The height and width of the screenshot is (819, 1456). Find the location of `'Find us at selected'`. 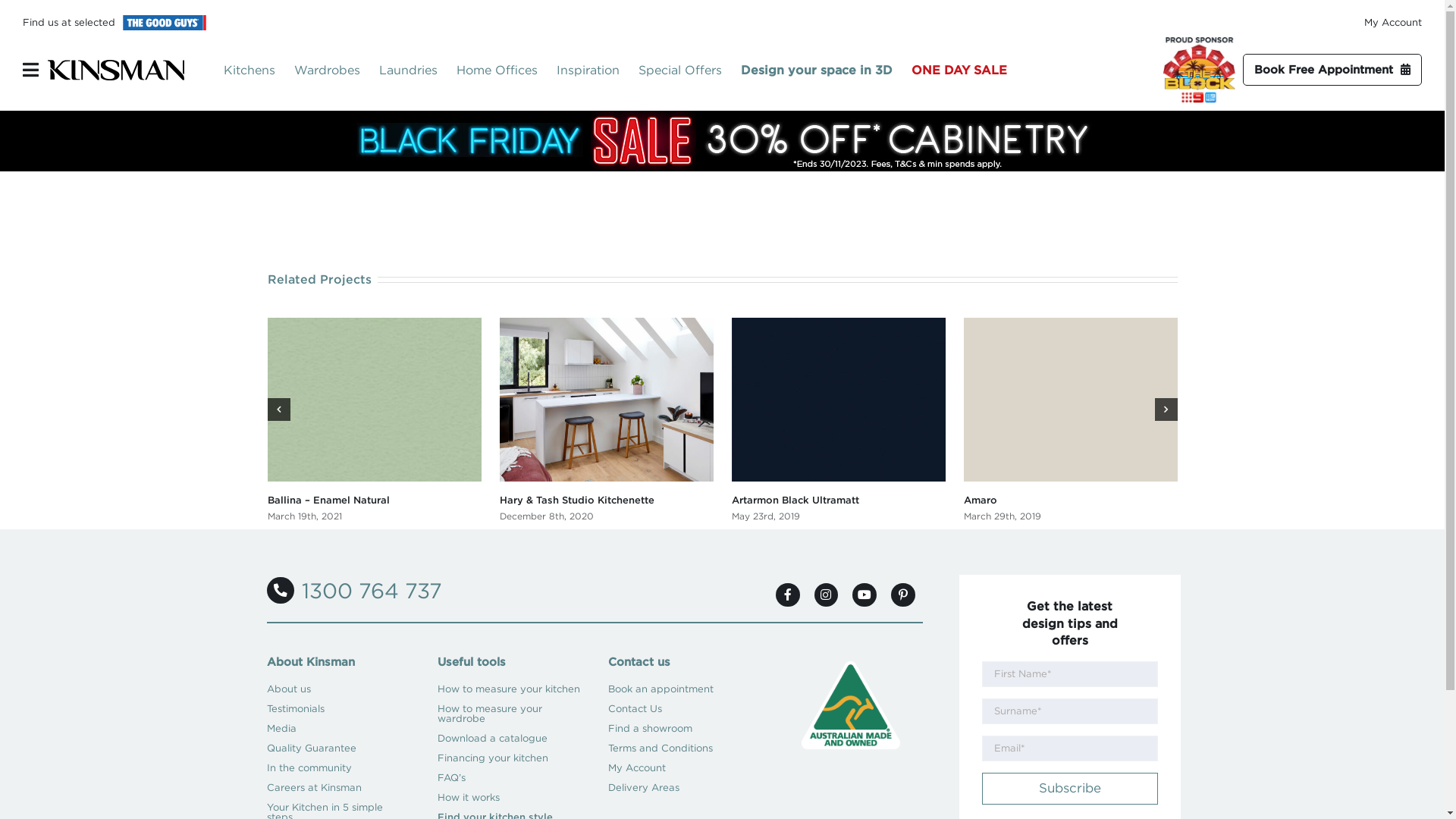

'Find us at selected' is located at coordinates (22, 22).